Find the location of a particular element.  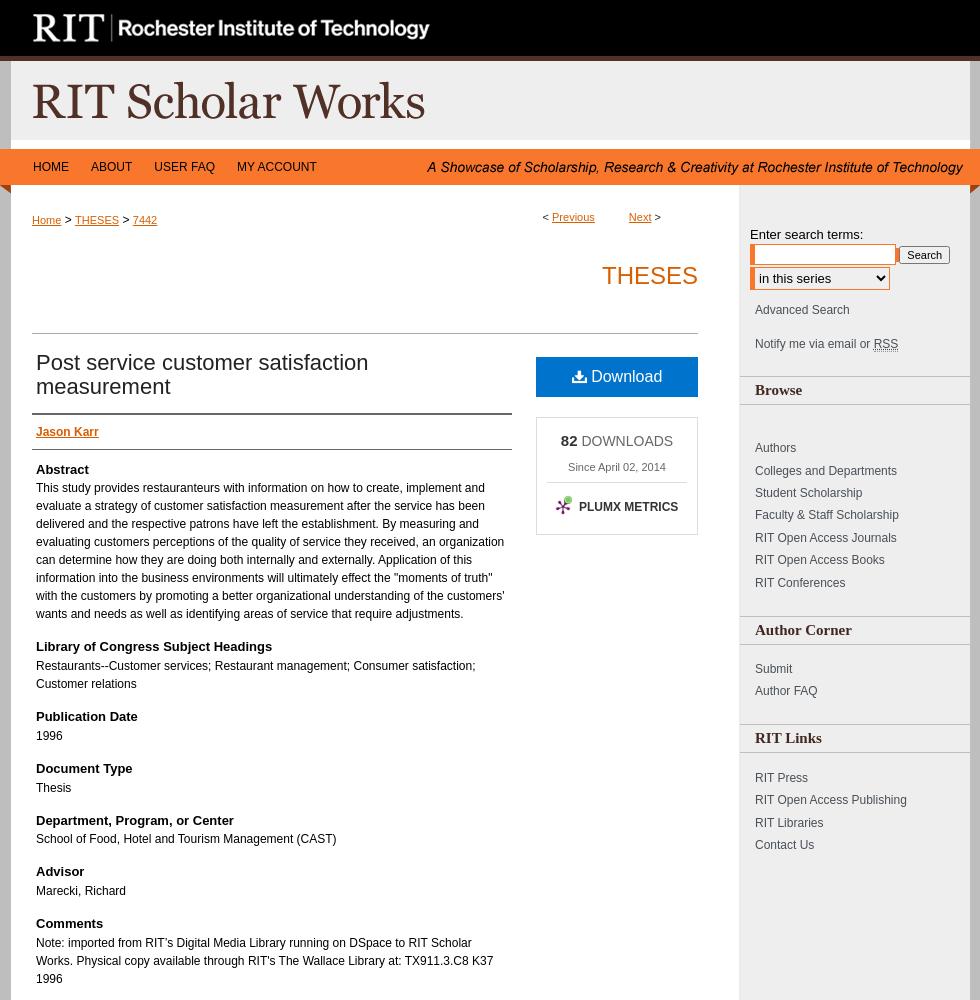

'Restaurants--Customer services; Restaurant management; Consumer satisfaction; Customer relations' is located at coordinates (255, 675).